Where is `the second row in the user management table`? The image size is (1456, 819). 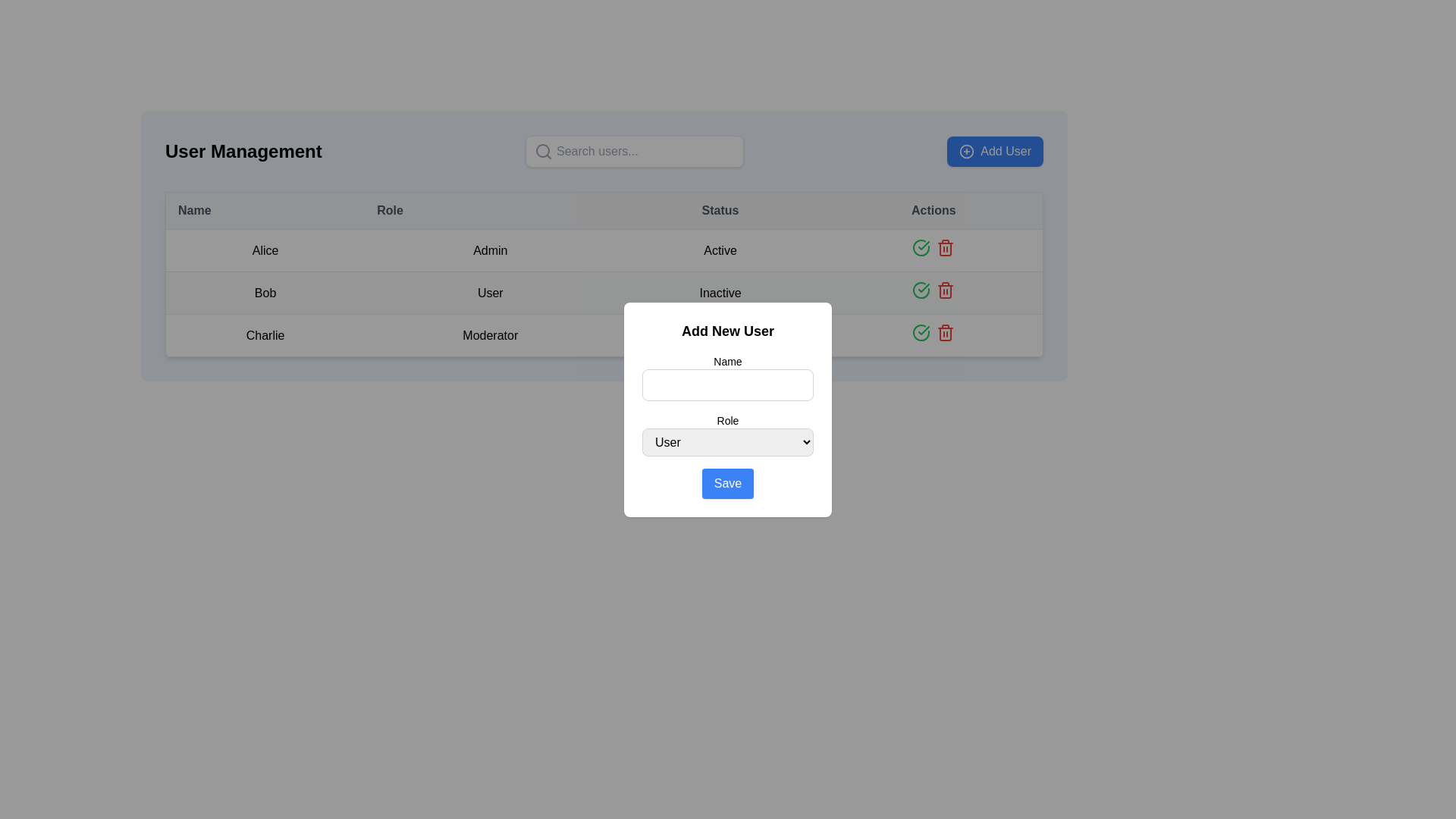
the second row in the user management table is located at coordinates (603, 292).